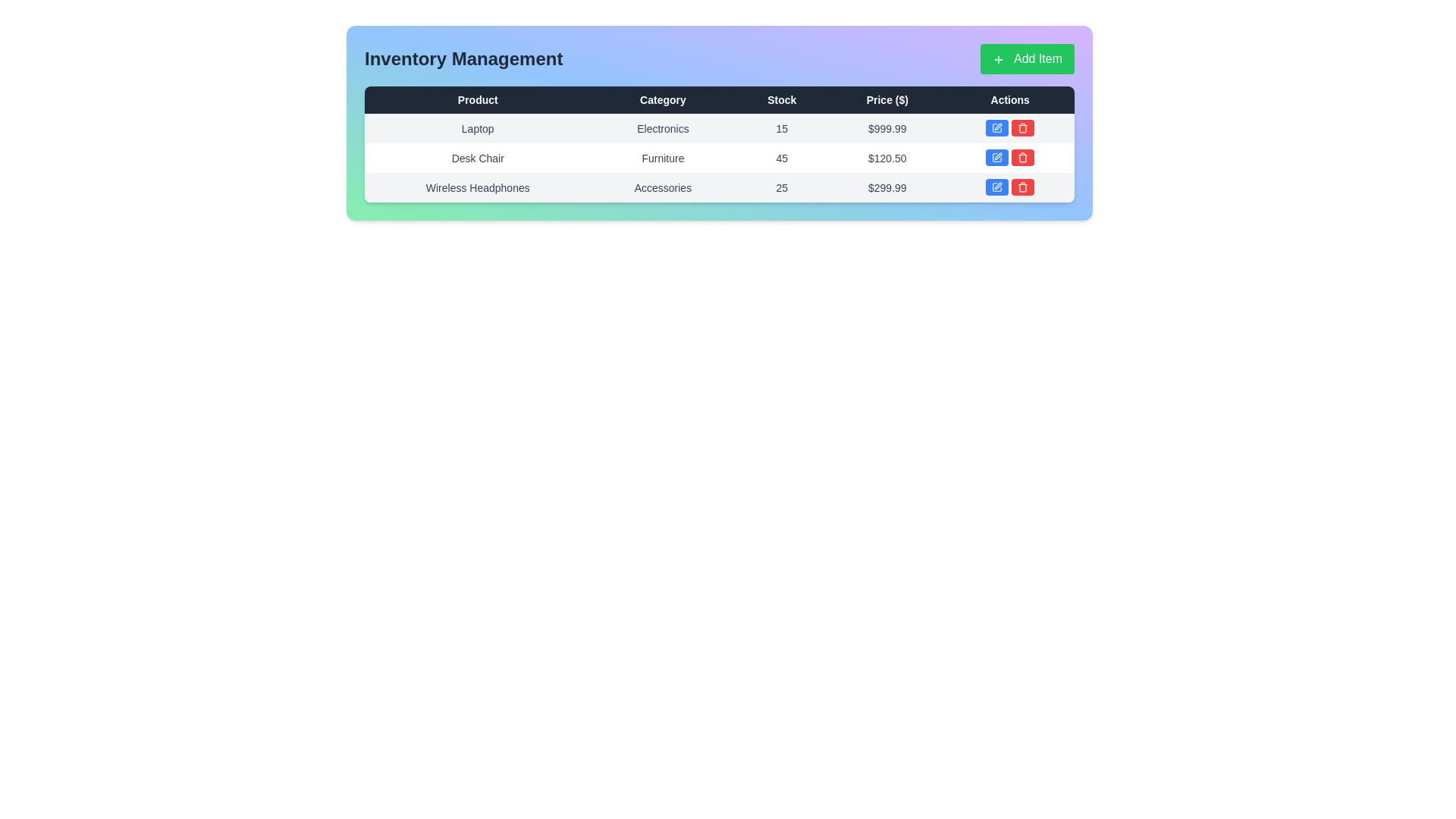 The image size is (1456, 819). I want to click on the Table Header element that serves as the first header for the column containing product names or descriptions, so click(477, 99).